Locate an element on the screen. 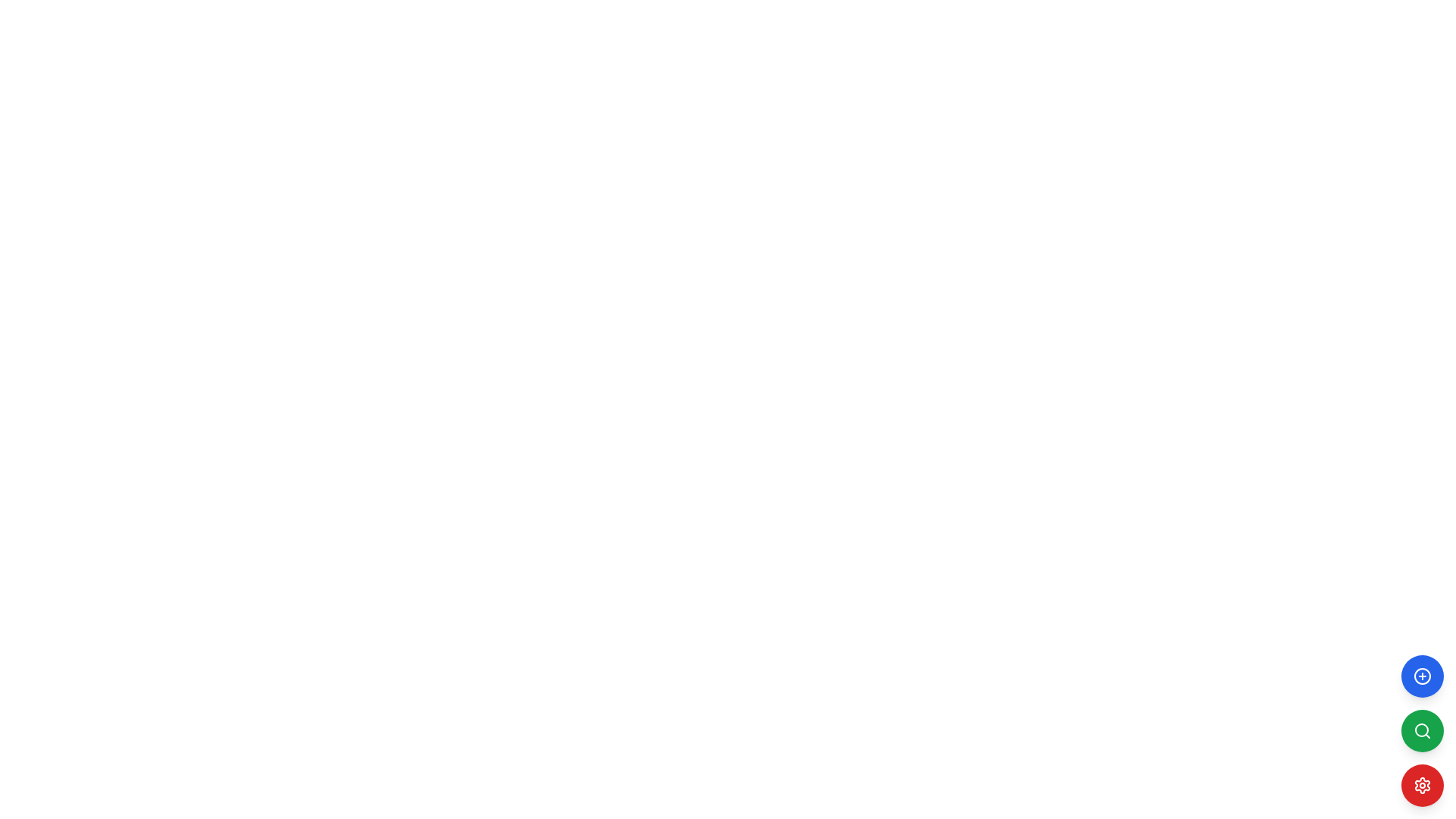 The height and width of the screenshot is (819, 1456). the cogwheel icon button, which is the bottom-most item in a vertical stack of three circular buttons is located at coordinates (1422, 785).